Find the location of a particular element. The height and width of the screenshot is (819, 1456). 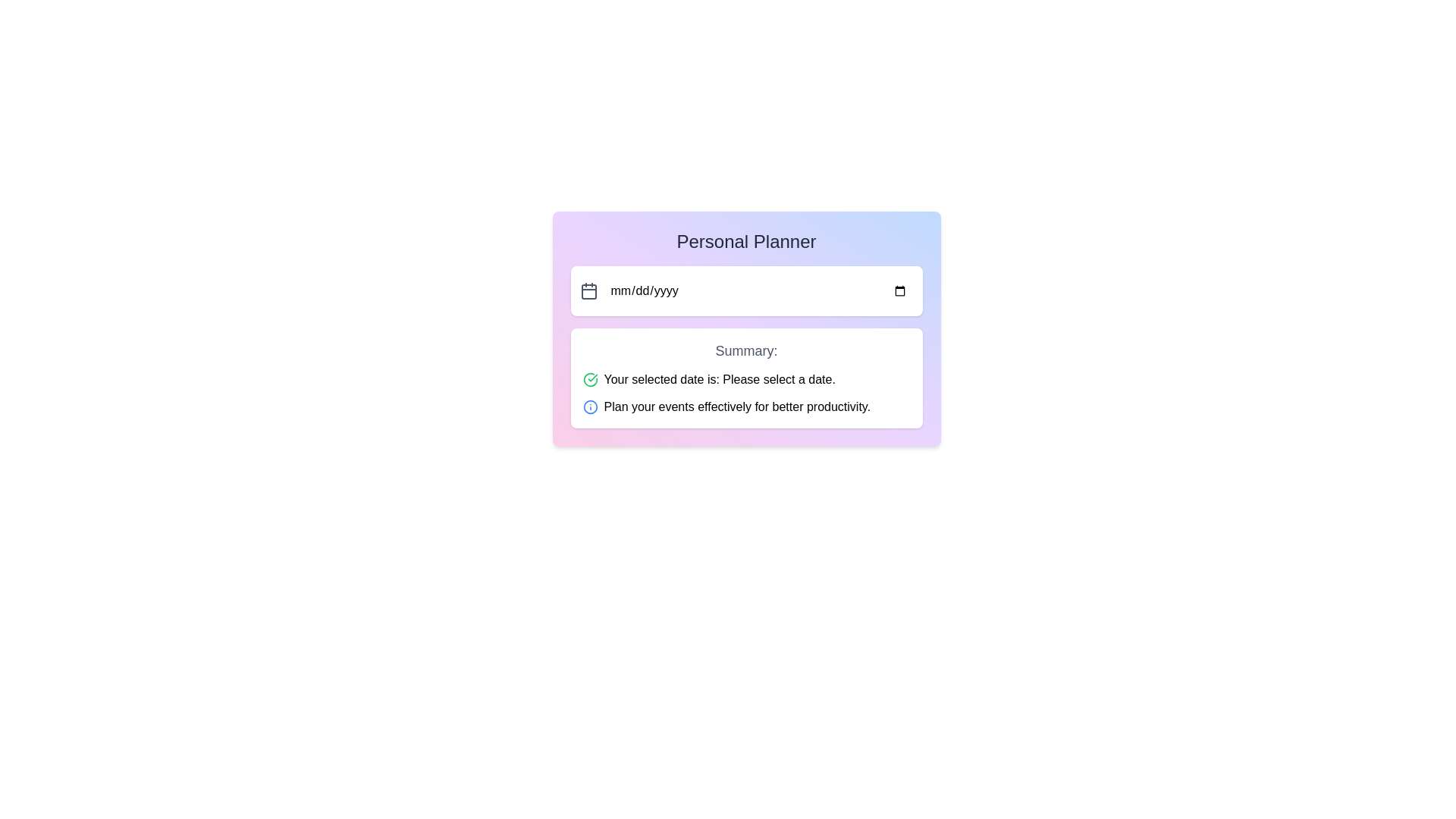

the small blue information icon, which is an outlined circle with an 'i' inside, located to the left of the text 'Plan your events effectively for better productivity.' is located at coordinates (589, 406).